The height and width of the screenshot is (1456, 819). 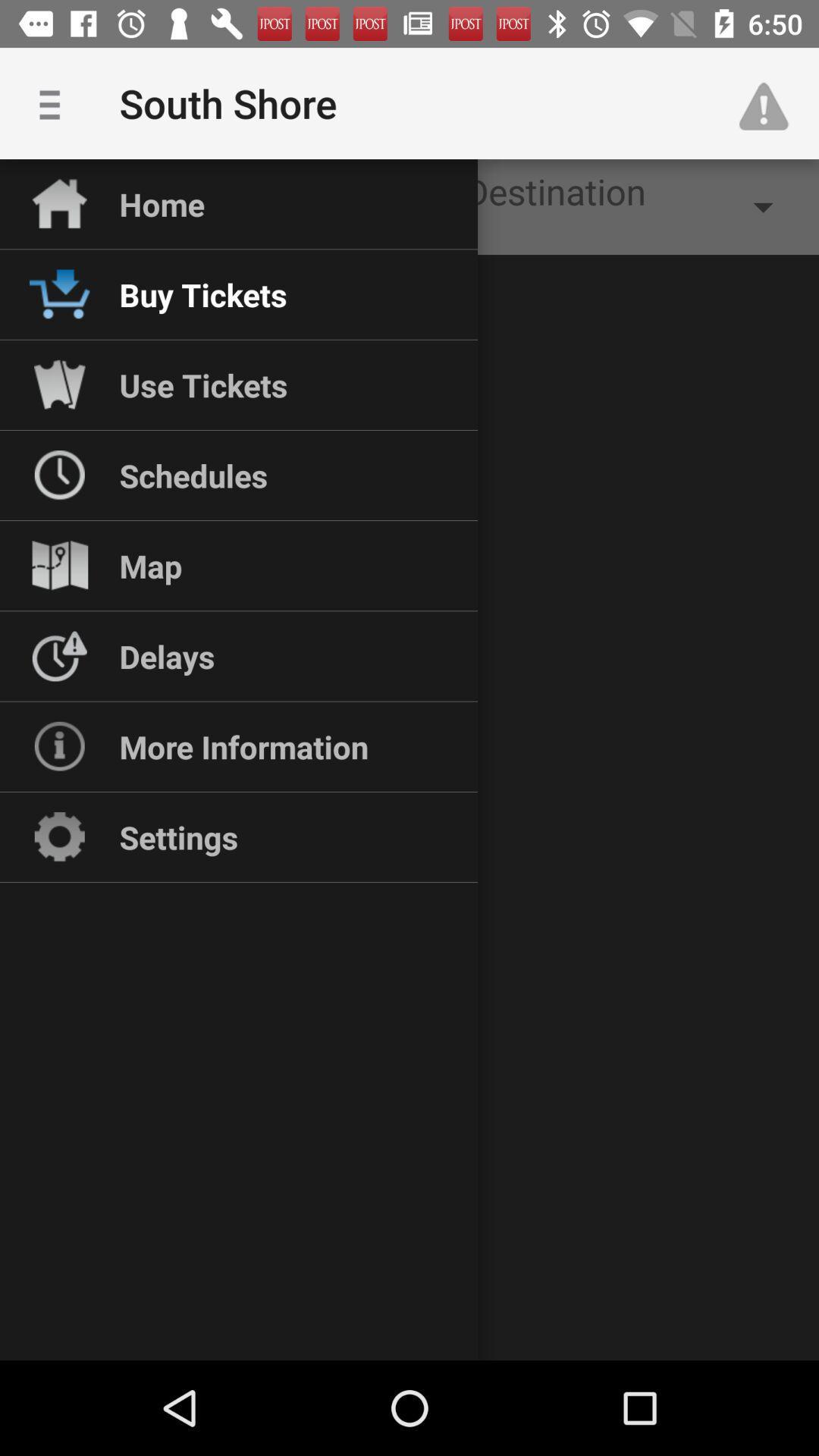 What do you see at coordinates (638, 206) in the screenshot?
I see `destination` at bounding box center [638, 206].